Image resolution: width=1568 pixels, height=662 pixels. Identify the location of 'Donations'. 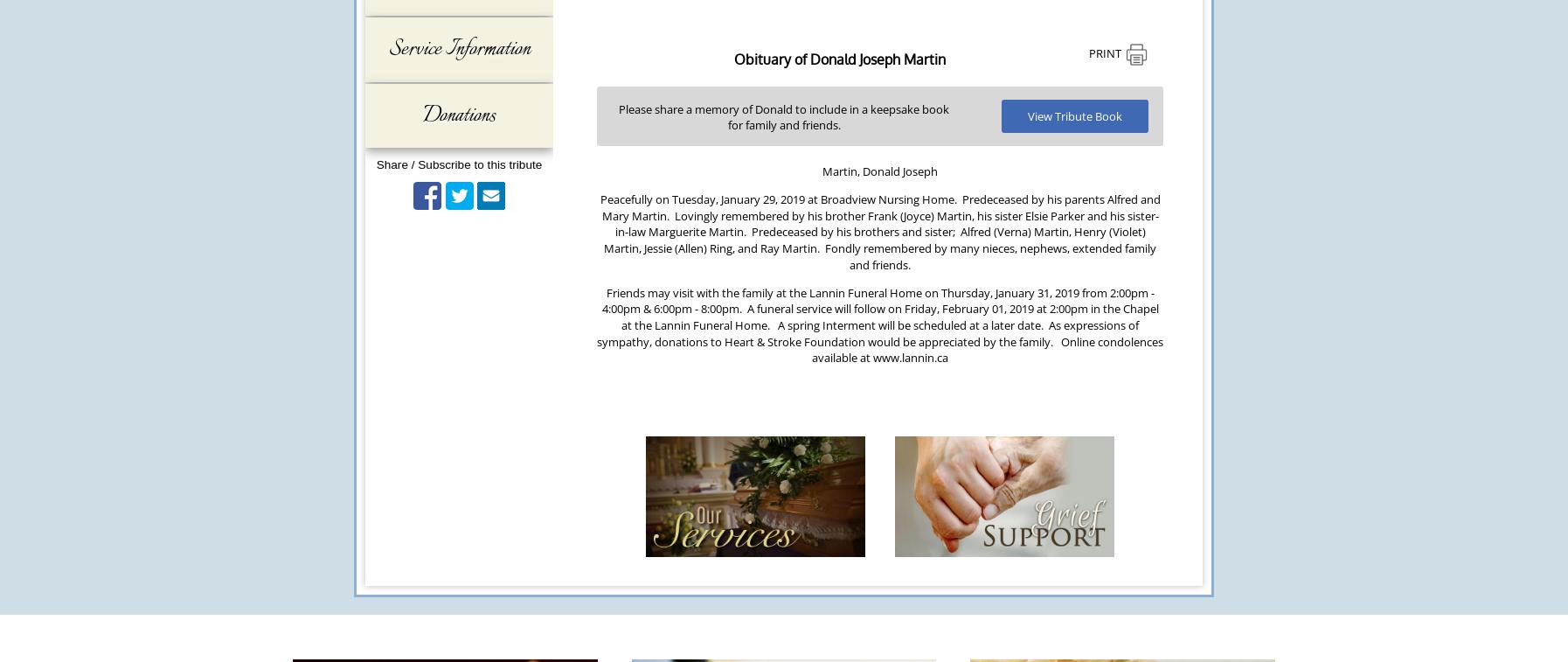
(459, 114).